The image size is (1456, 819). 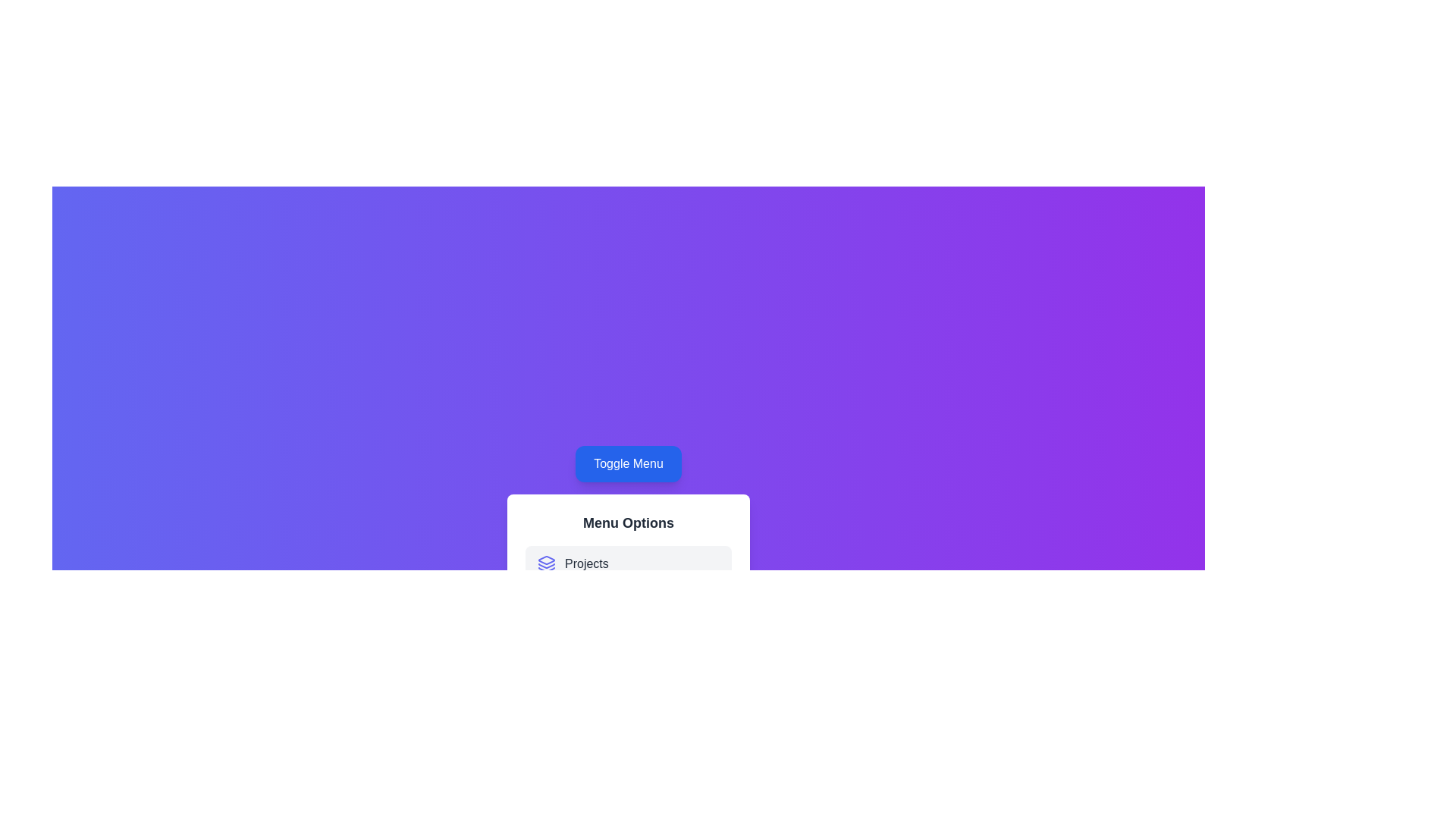 I want to click on the menu item labeled 'Projects' to observe the hover effect, so click(x=629, y=564).